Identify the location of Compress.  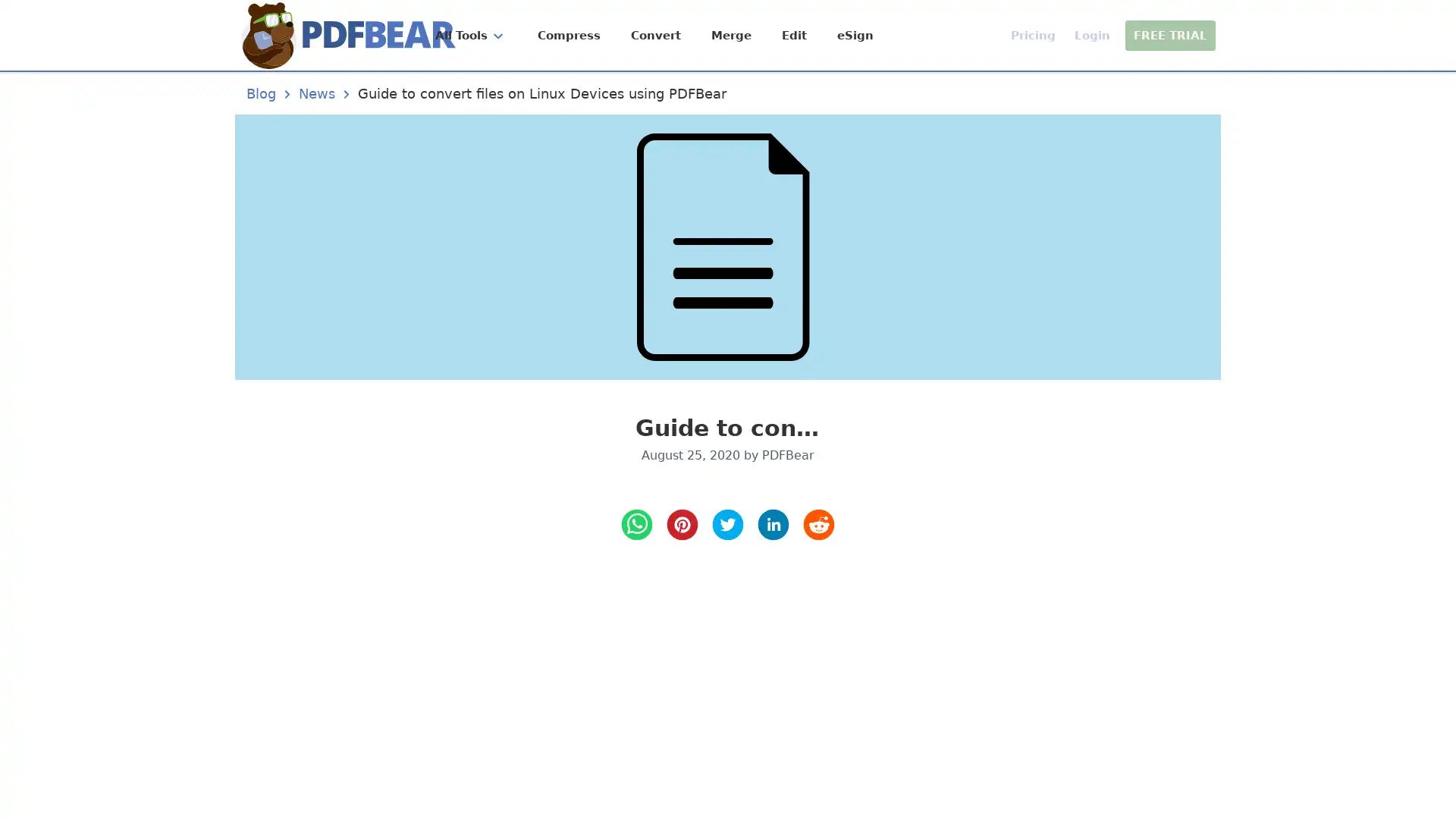
(567, 34).